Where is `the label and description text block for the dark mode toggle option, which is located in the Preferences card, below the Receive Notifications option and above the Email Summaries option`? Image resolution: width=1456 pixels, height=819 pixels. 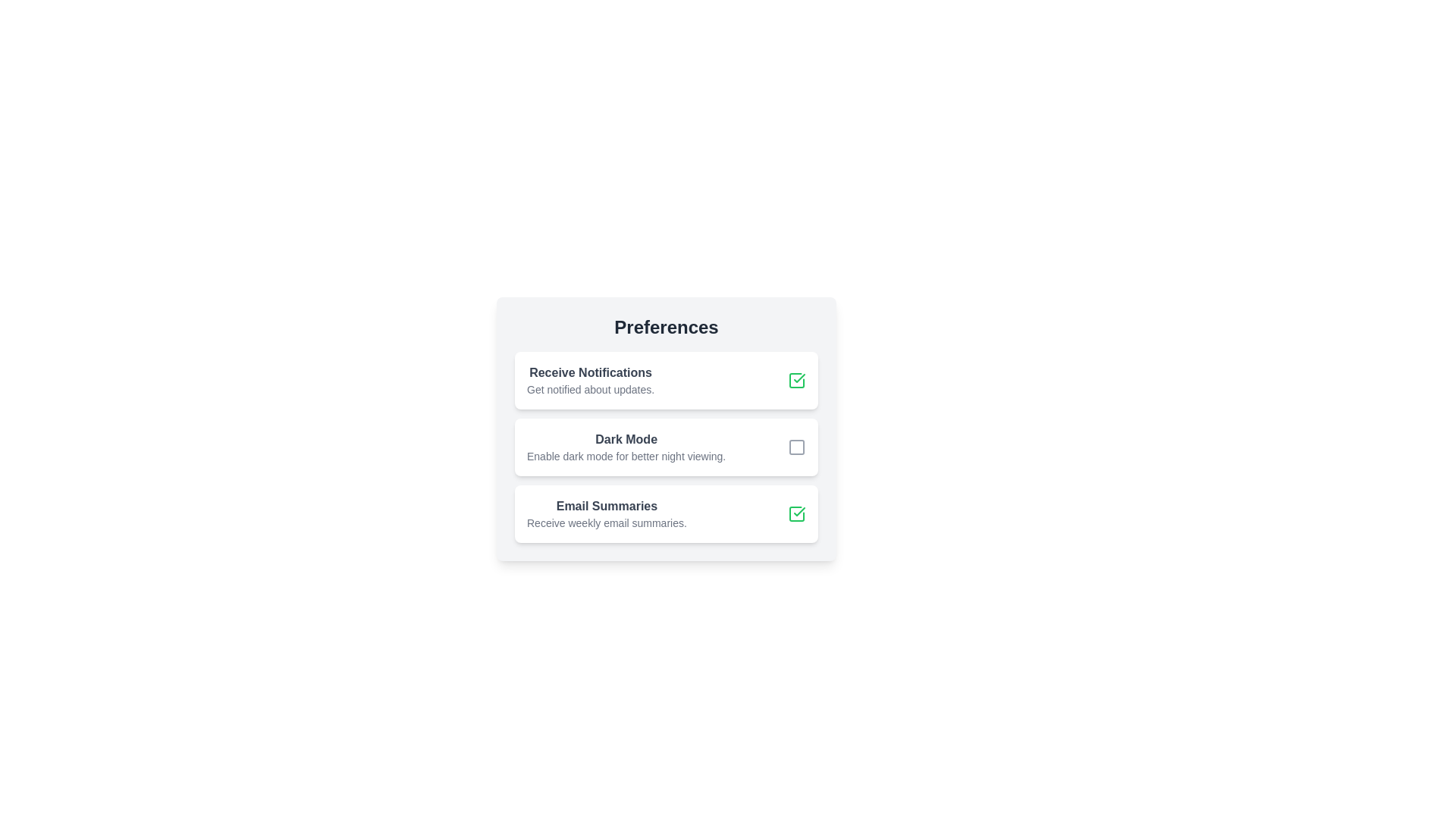
the label and description text block for the dark mode toggle option, which is located in the Preferences card, below the Receive Notifications option and above the Email Summaries option is located at coordinates (626, 447).